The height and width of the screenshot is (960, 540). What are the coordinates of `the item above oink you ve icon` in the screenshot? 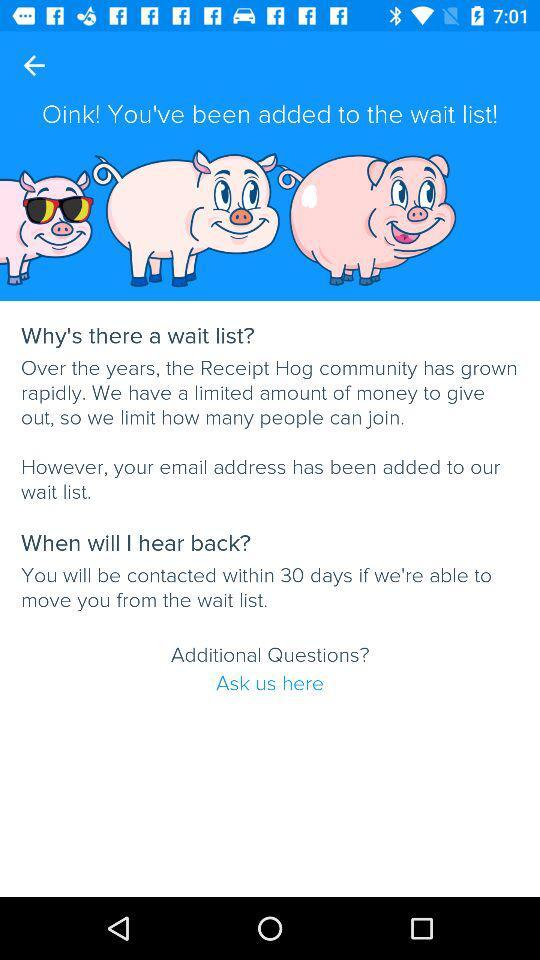 It's located at (33, 65).